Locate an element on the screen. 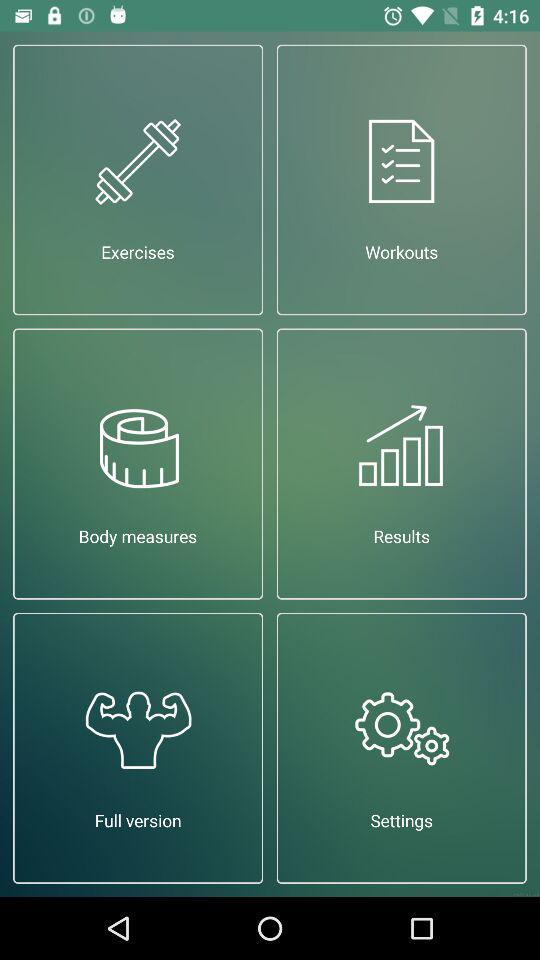  the item to the right of full version icon is located at coordinates (401, 747).